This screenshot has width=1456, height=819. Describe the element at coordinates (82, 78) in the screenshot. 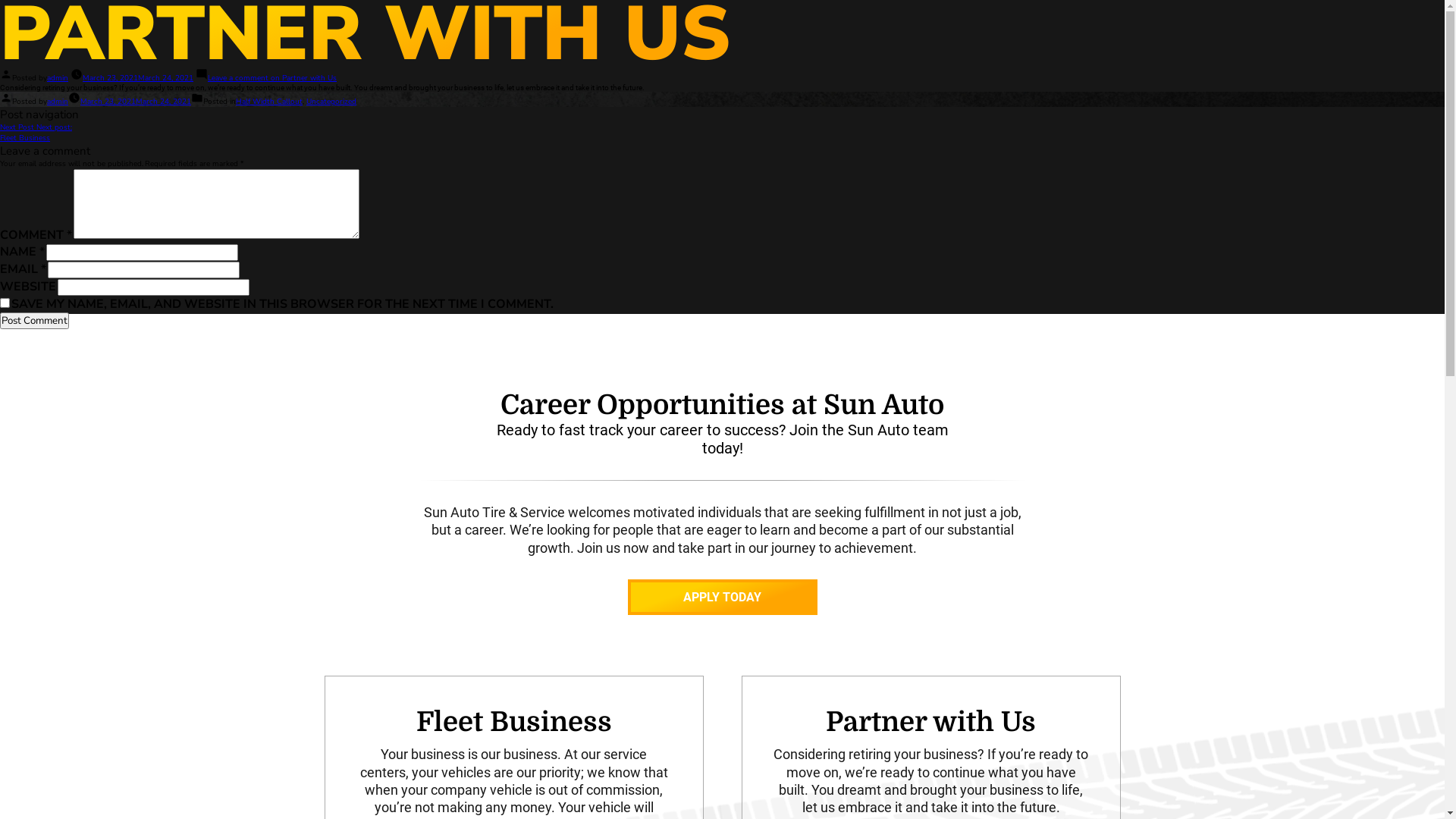

I see `'March 23, 2021March 24, 2021'` at that location.